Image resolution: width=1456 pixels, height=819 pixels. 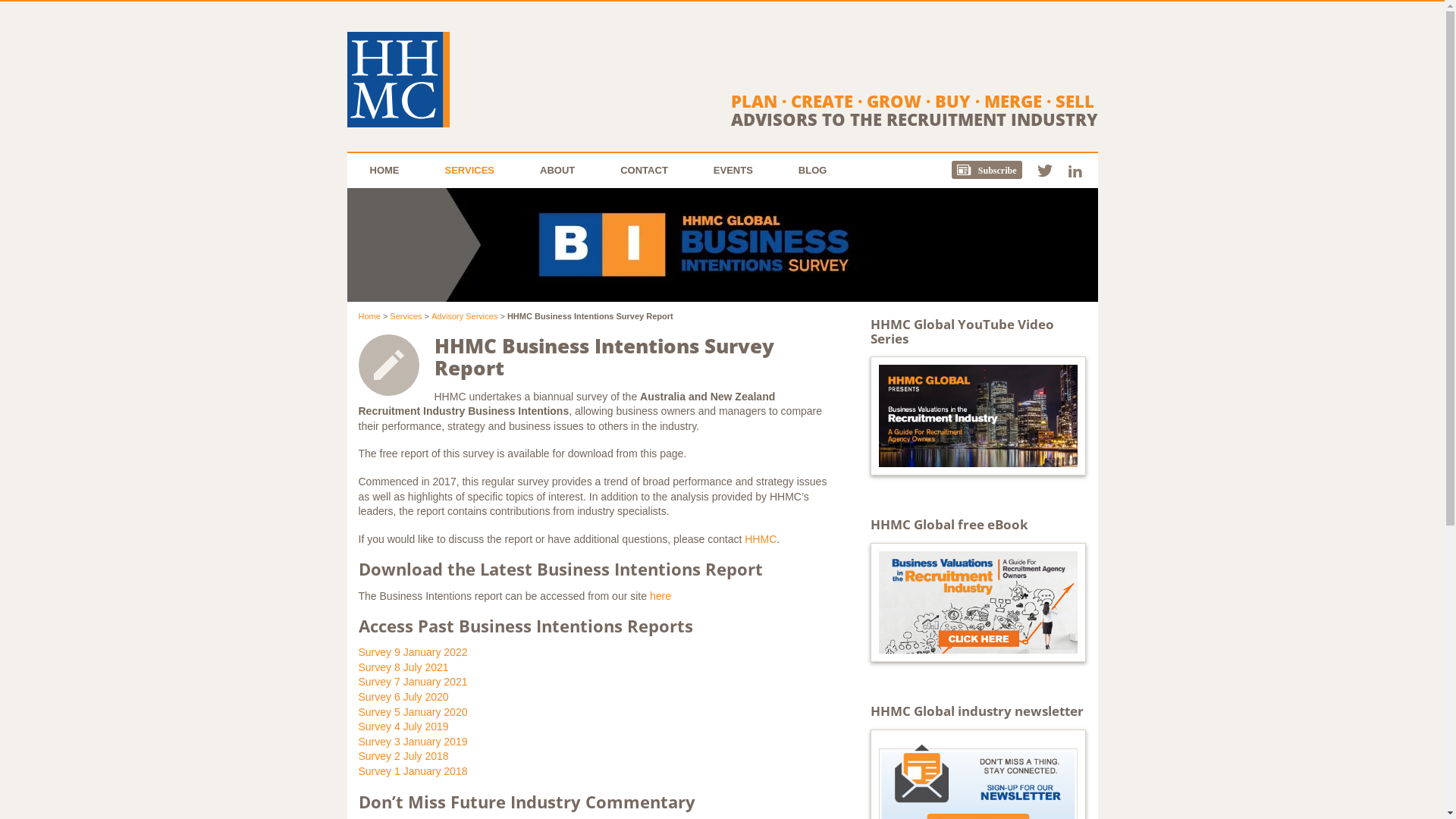 What do you see at coordinates (469, 170) in the screenshot?
I see `'SERVICES'` at bounding box center [469, 170].